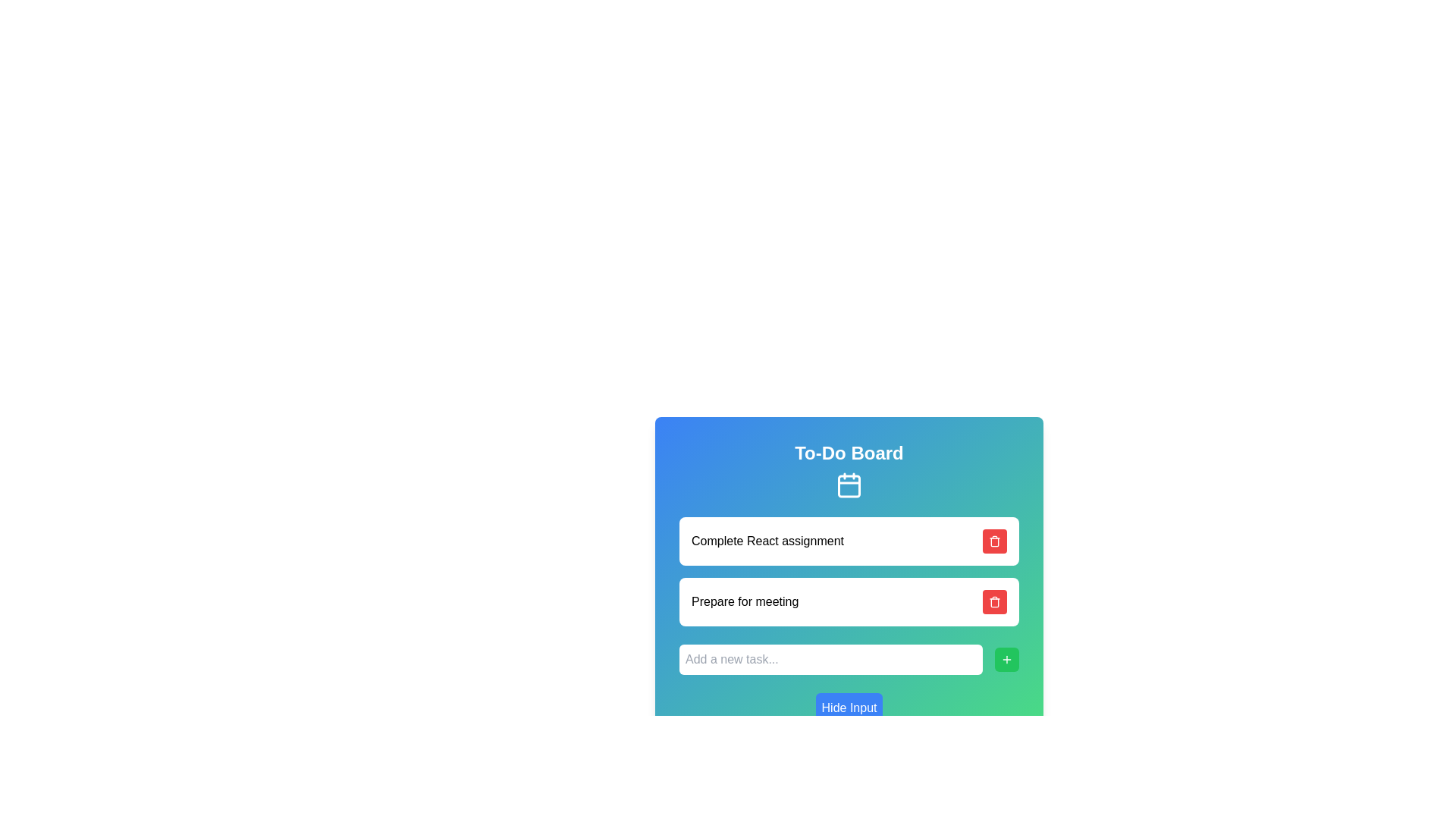 This screenshot has width=1456, height=819. I want to click on the second interactive list item containing the text 'Prepare for meeting', so click(848, 581).